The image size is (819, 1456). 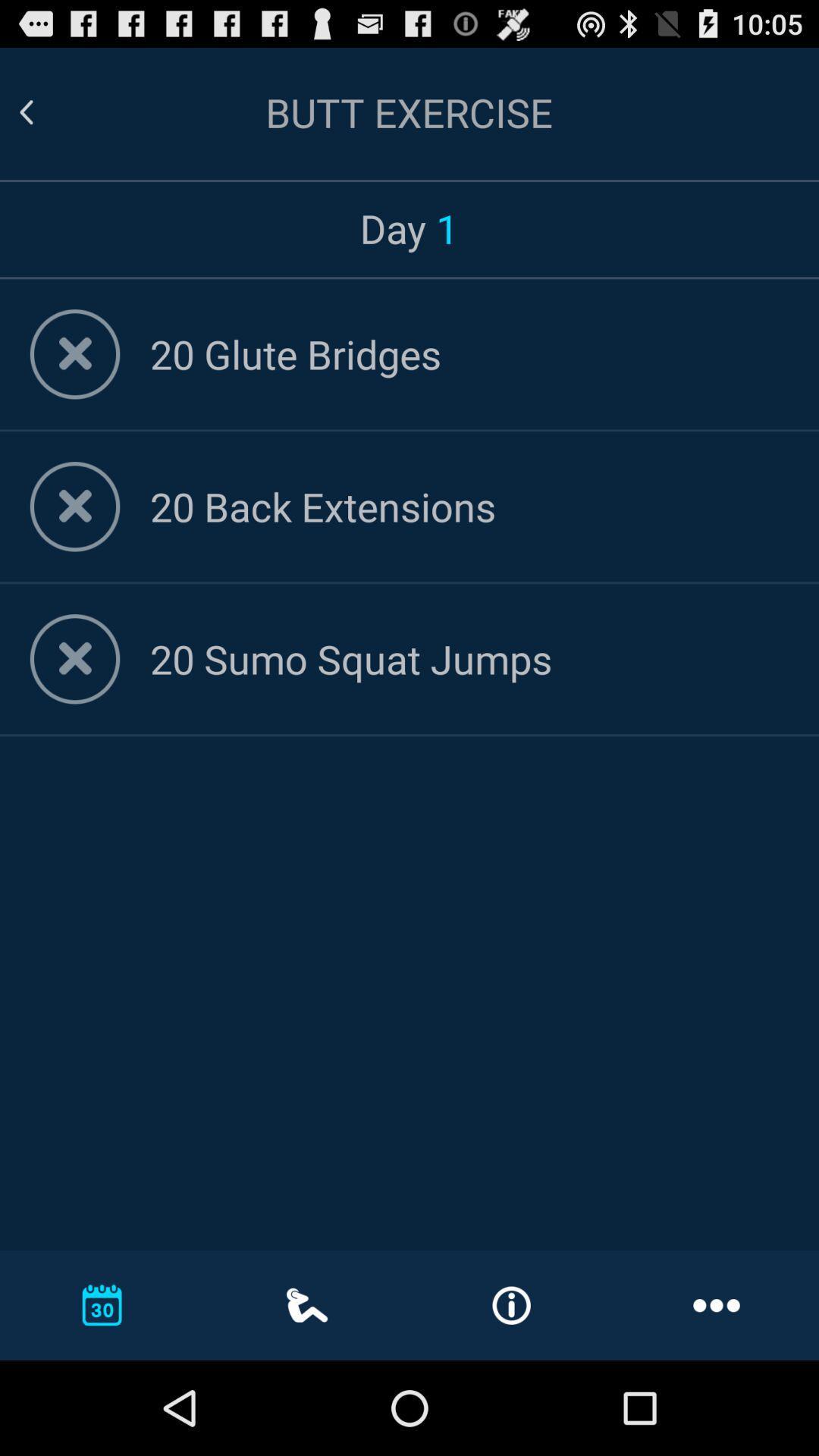 What do you see at coordinates (469, 658) in the screenshot?
I see `the 20 sumo squat icon` at bounding box center [469, 658].